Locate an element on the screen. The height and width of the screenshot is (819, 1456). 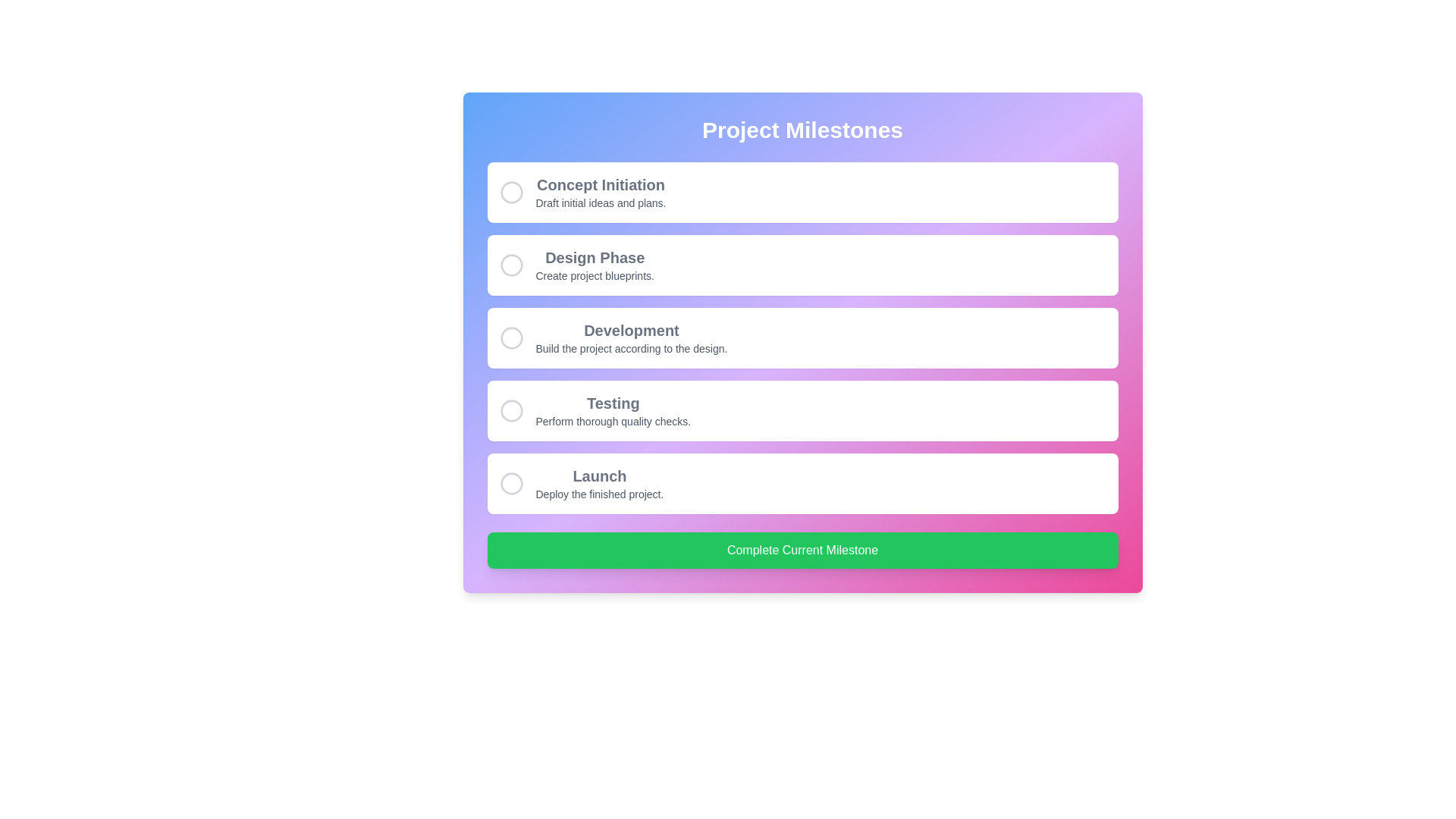
the circular decorative icon or progress indicator located to the left of the 'Design Phase' list item is located at coordinates (511, 265).